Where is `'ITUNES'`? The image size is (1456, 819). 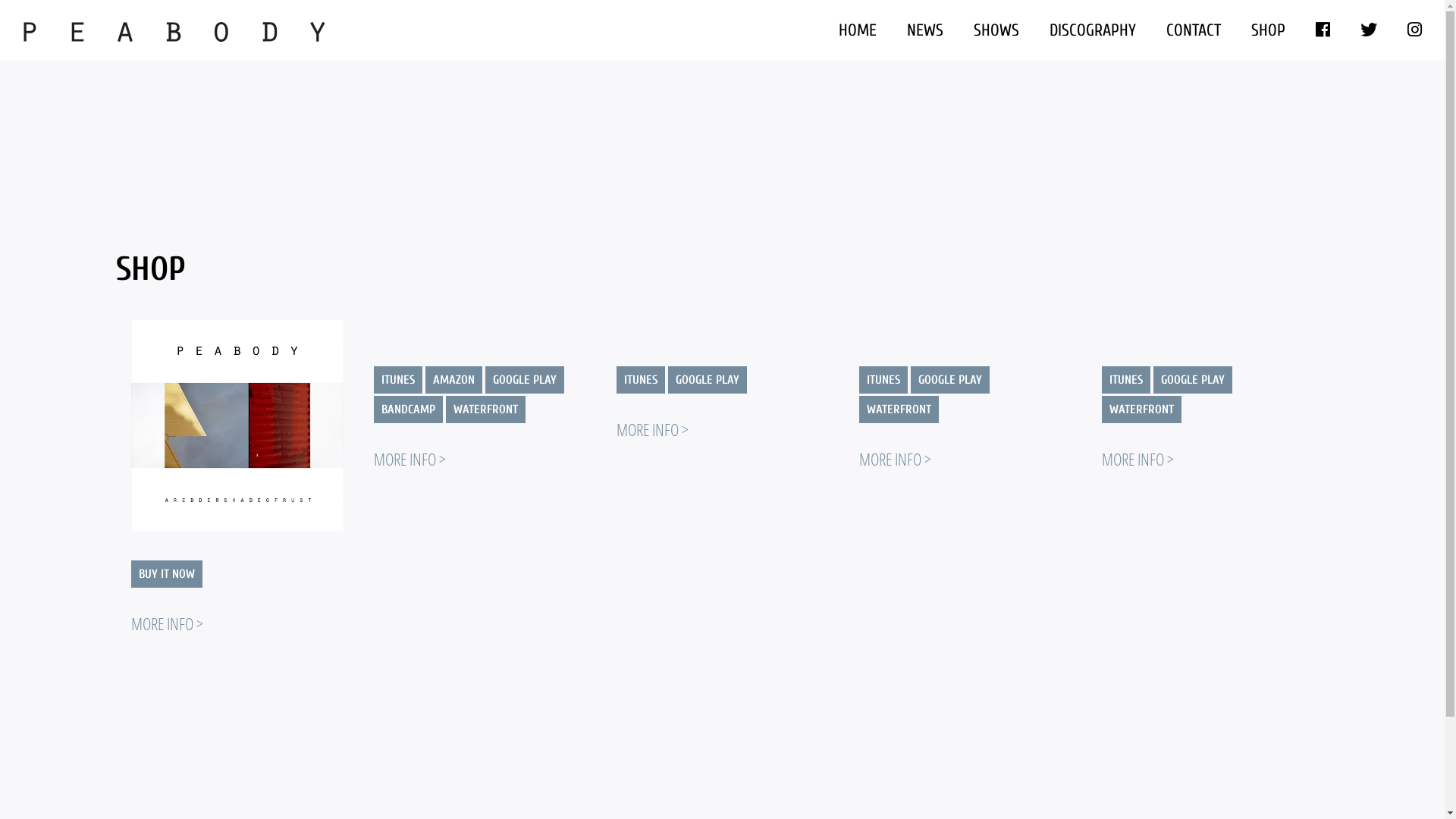
'ITUNES' is located at coordinates (1125, 379).